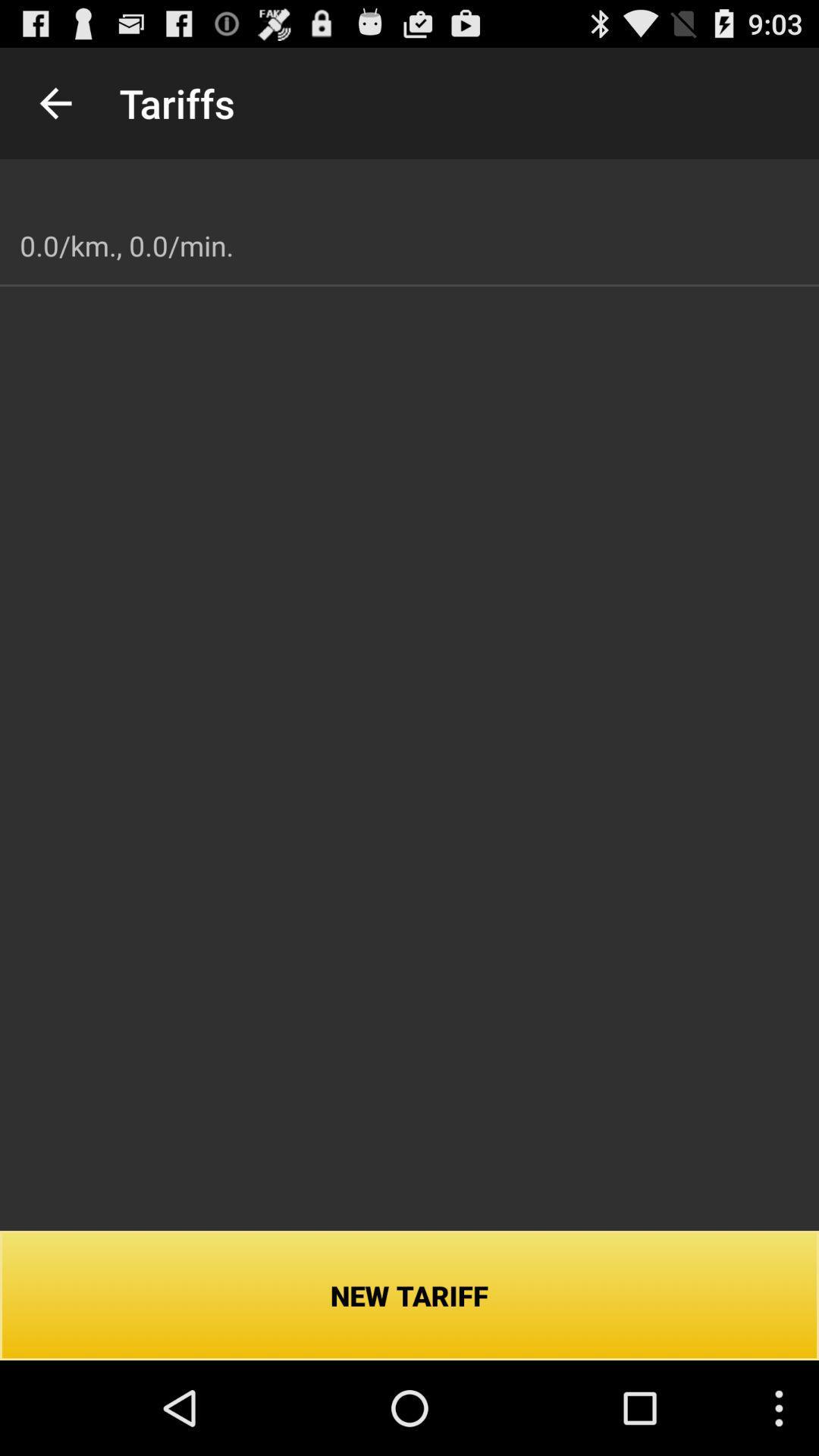  I want to click on the item above 0 0 km, so click(55, 102).